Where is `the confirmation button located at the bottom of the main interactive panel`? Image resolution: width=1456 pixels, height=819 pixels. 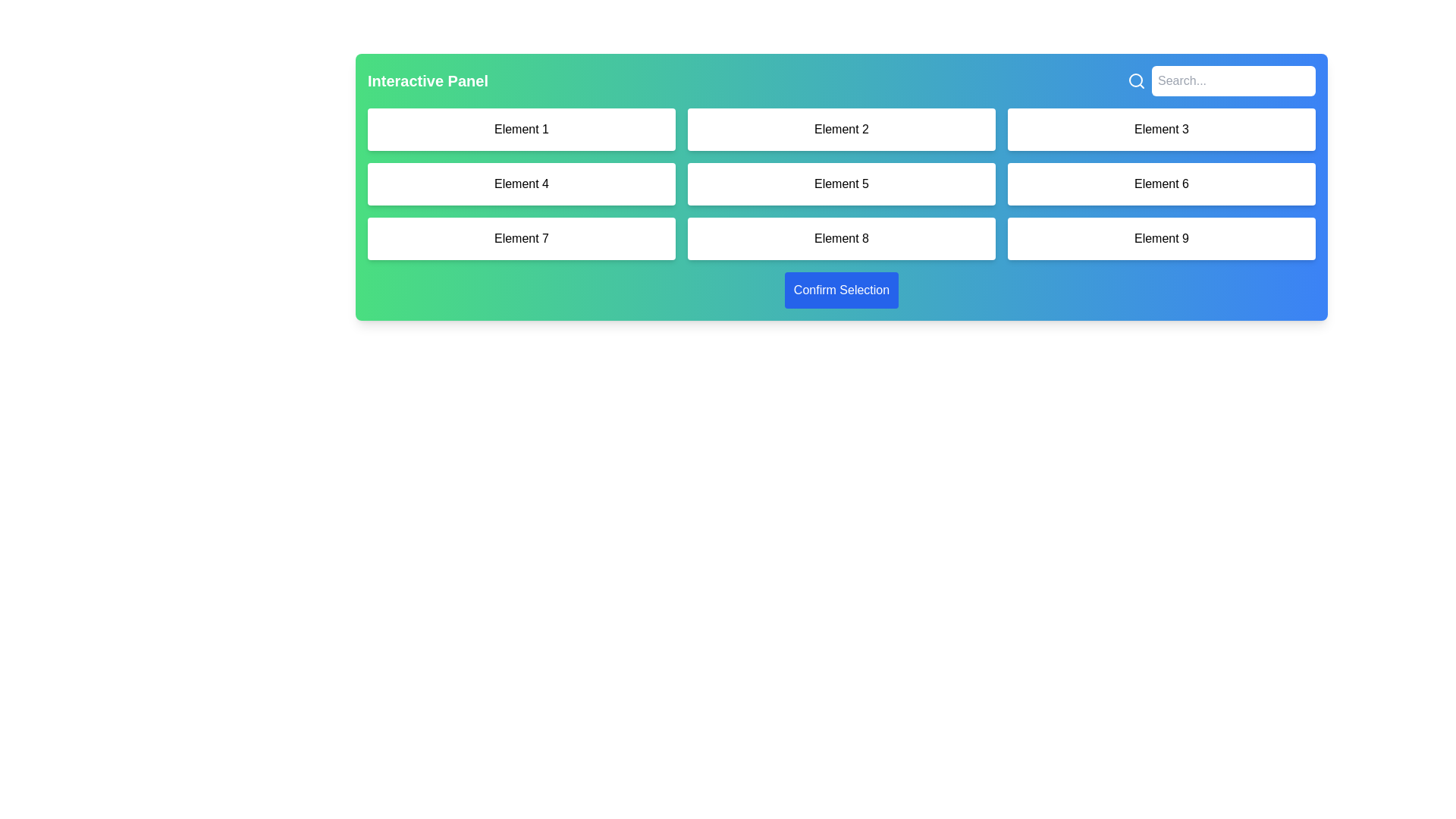
the confirmation button located at the bottom of the main interactive panel is located at coordinates (840, 290).